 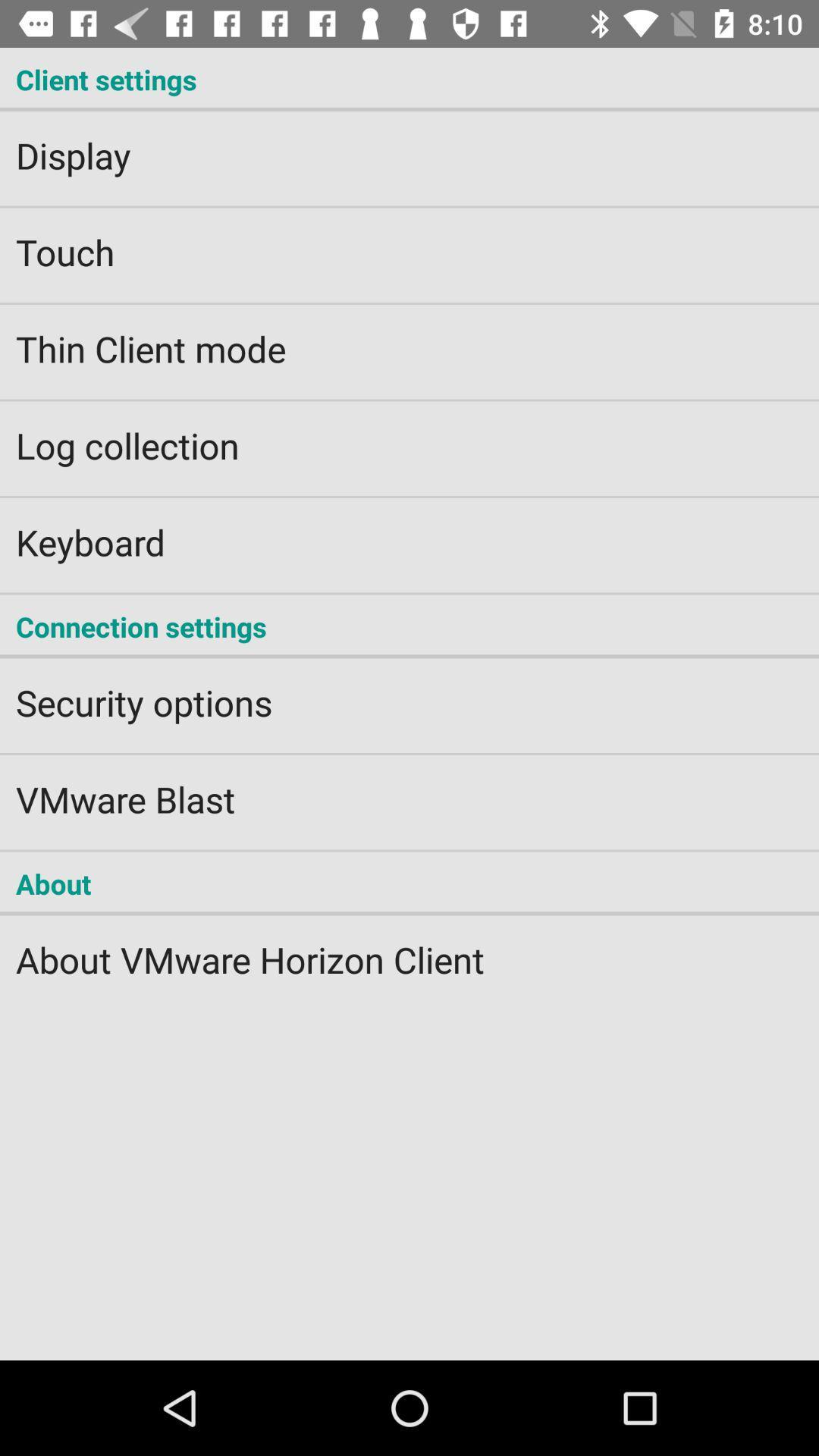 What do you see at coordinates (409, 692) in the screenshot?
I see `the security options icon` at bounding box center [409, 692].